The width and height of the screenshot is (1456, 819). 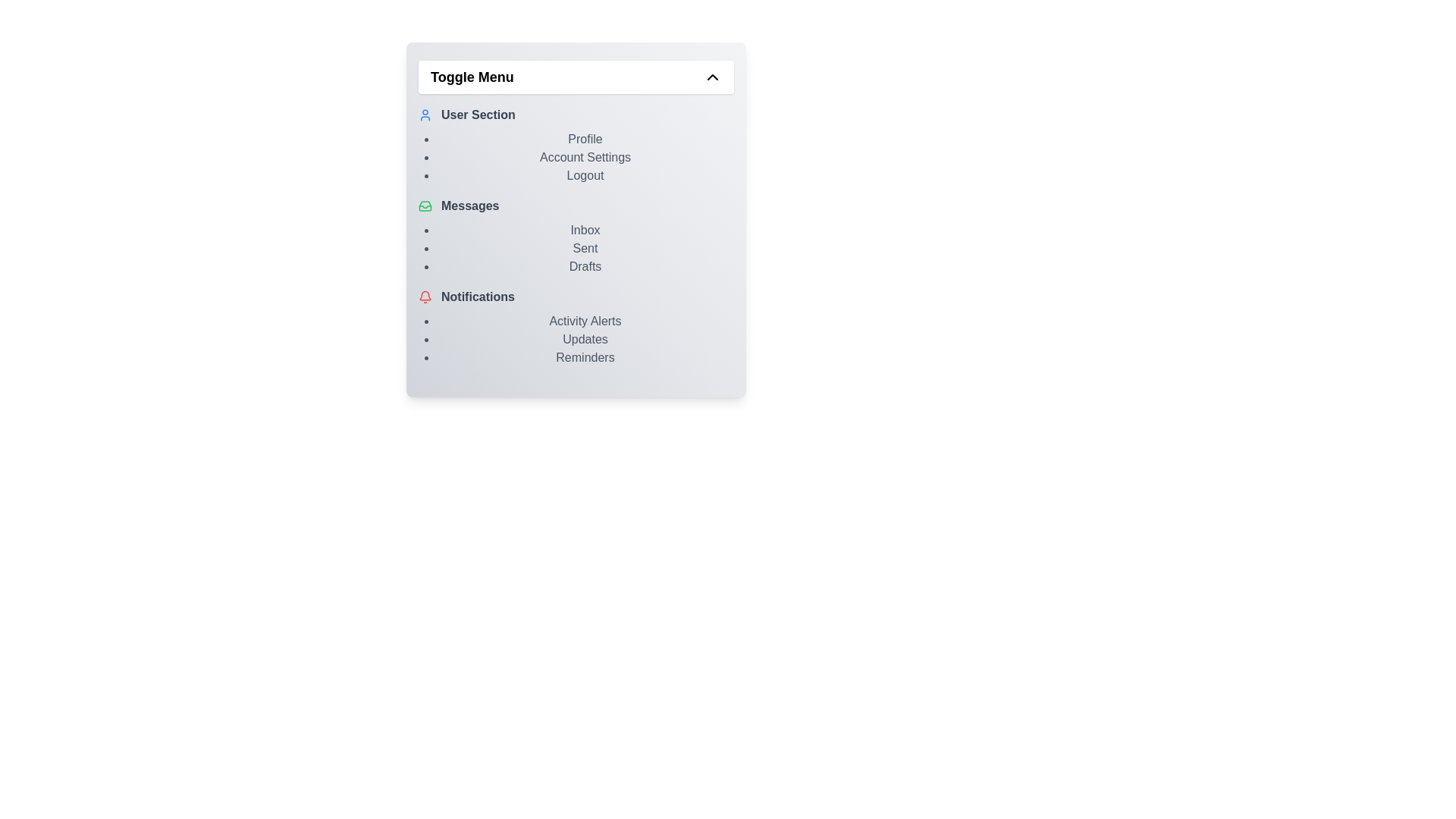 What do you see at coordinates (575, 77) in the screenshot?
I see `the element labeled 'Toggle Menu' to observe its hover effect` at bounding box center [575, 77].